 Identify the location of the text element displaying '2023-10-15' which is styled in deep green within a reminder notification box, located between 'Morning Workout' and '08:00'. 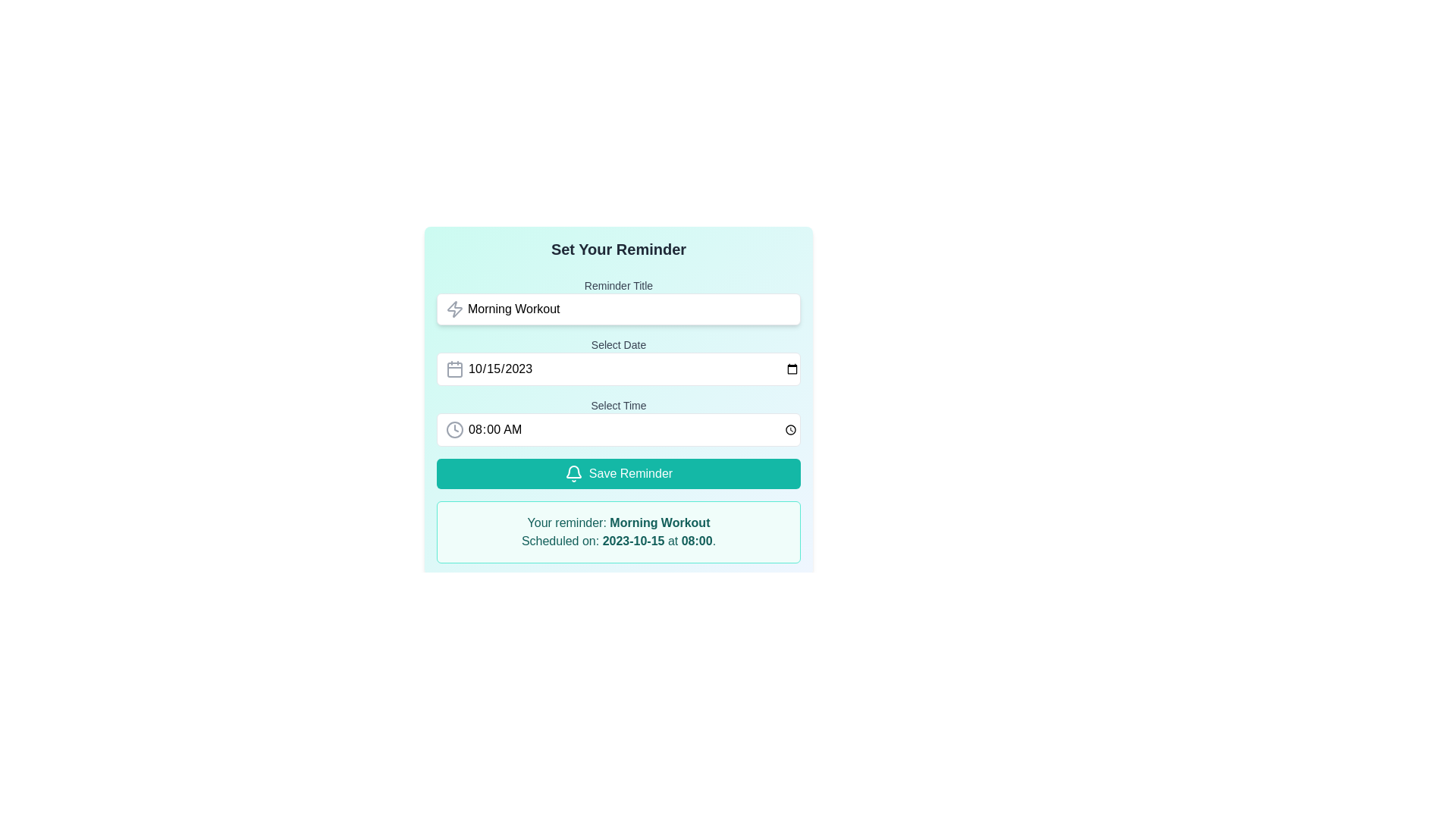
(633, 540).